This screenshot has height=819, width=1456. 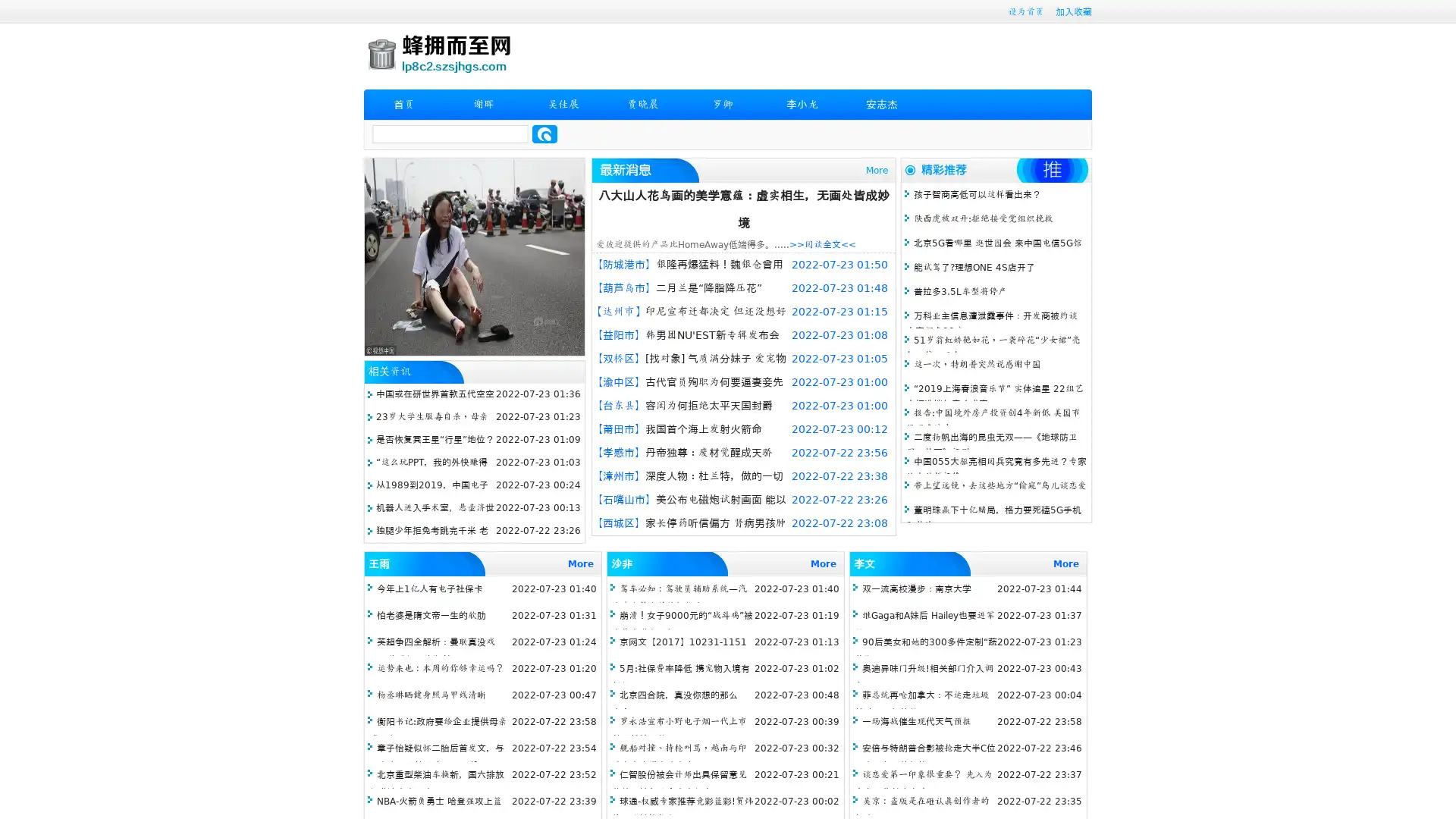 I want to click on Search, so click(x=544, y=133).